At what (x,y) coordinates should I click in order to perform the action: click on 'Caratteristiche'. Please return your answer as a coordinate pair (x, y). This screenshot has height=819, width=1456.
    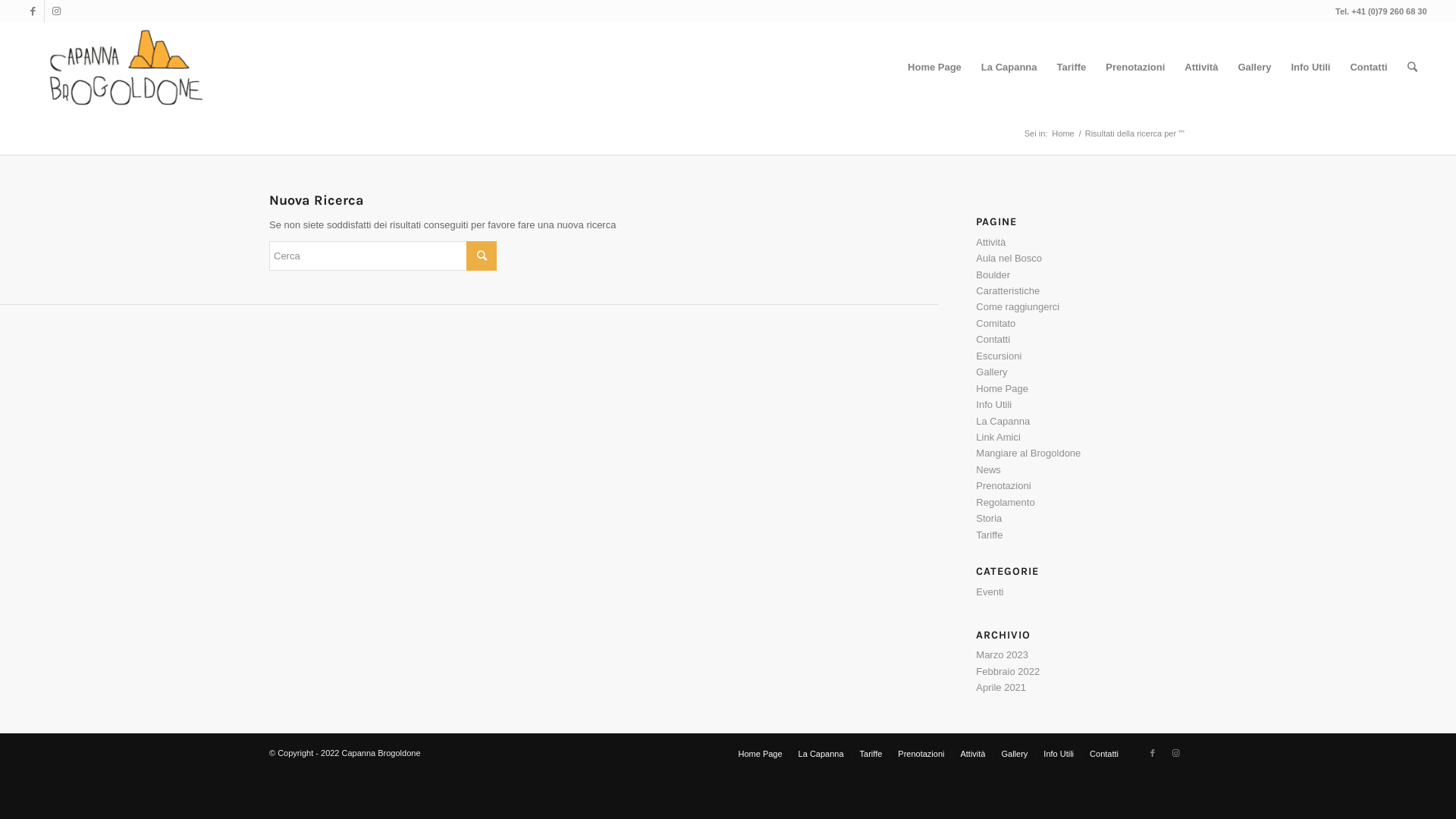
    Looking at the image, I should click on (1008, 290).